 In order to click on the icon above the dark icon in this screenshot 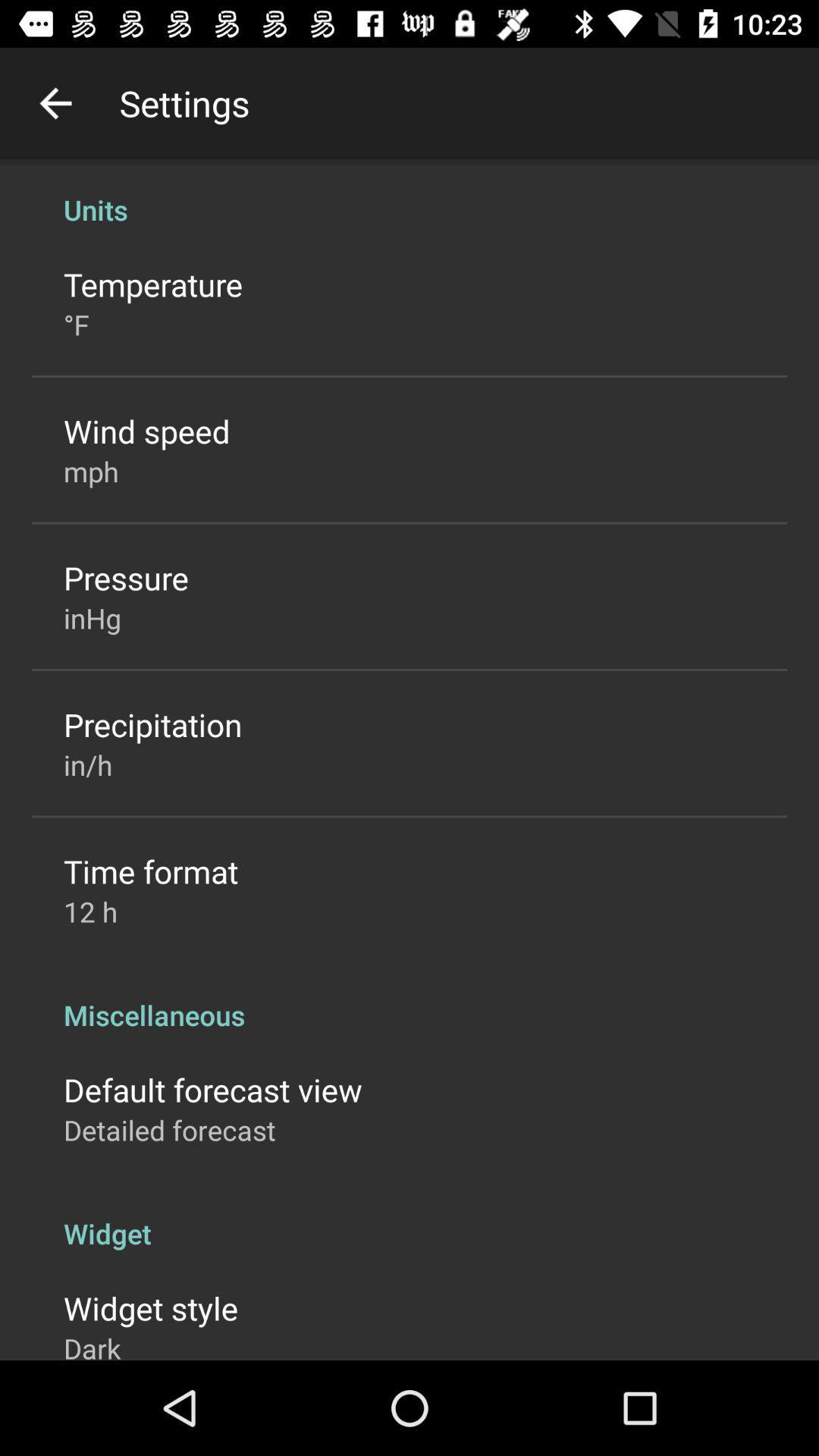, I will do `click(151, 1307)`.